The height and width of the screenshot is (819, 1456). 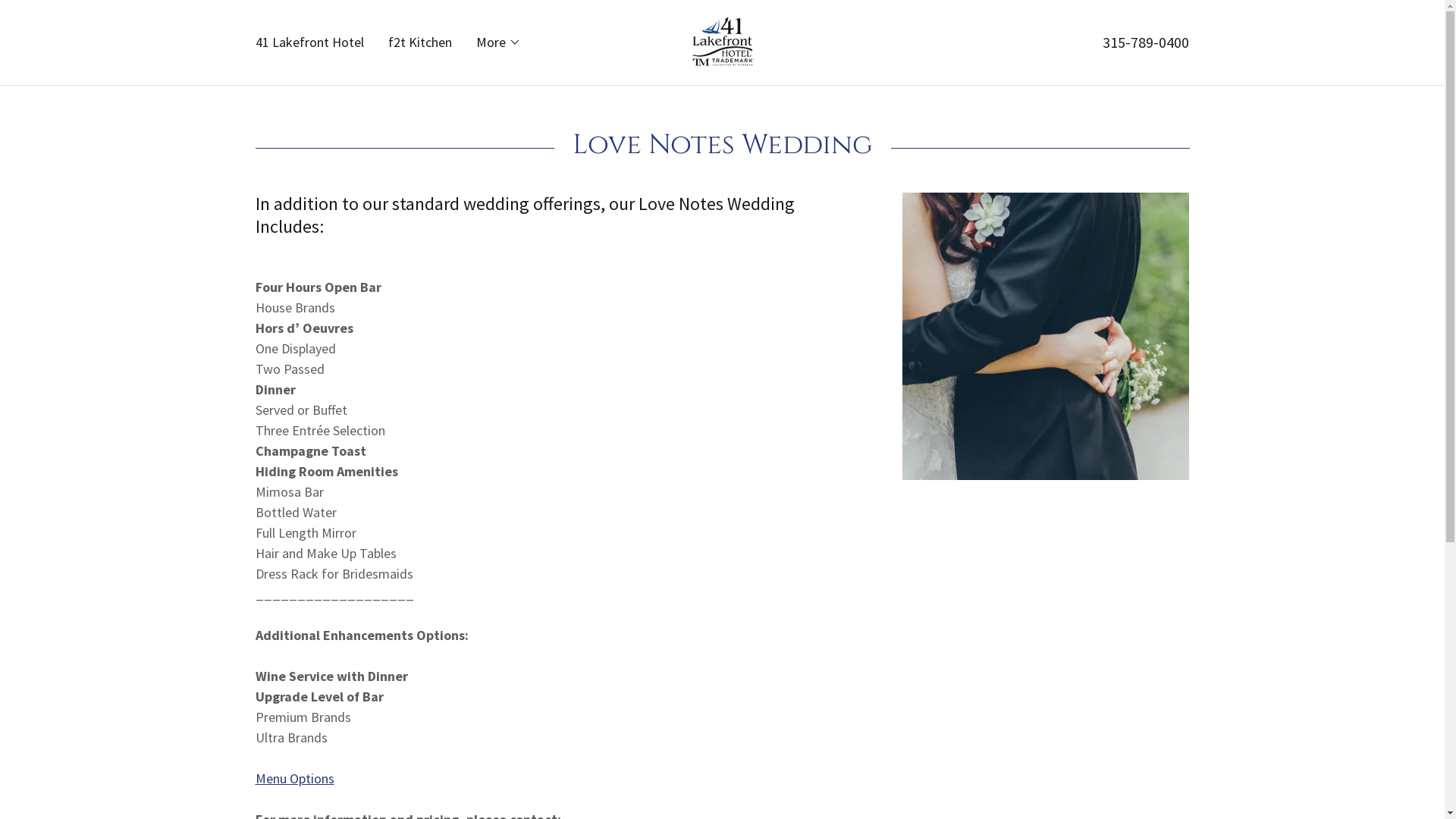 What do you see at coordinates (1146, 41) in the screenshot?
I see `'315-789-0400'` at bounding box center [1146, 41].